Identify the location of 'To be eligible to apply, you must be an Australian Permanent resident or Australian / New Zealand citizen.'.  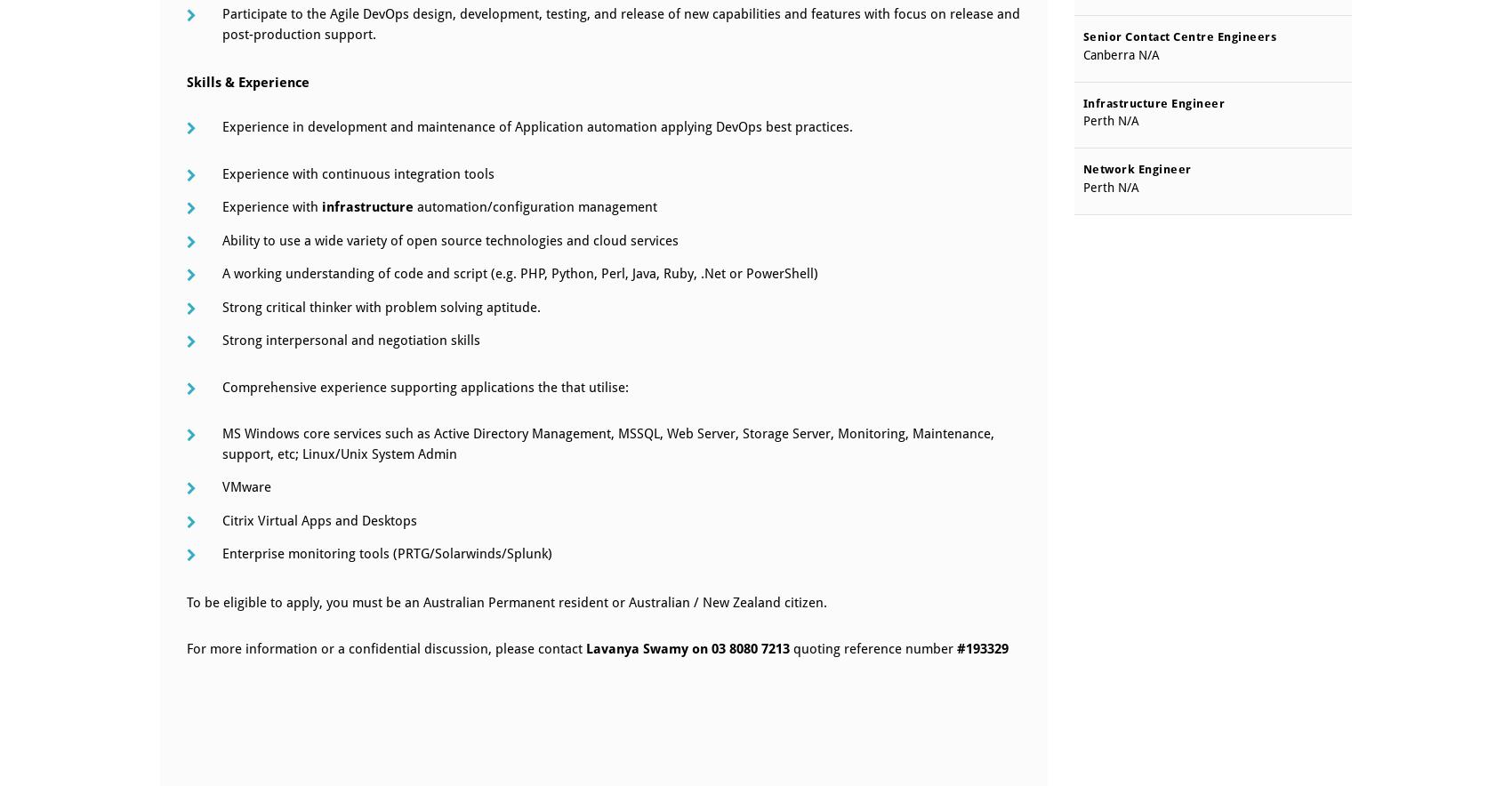
(506, 601).